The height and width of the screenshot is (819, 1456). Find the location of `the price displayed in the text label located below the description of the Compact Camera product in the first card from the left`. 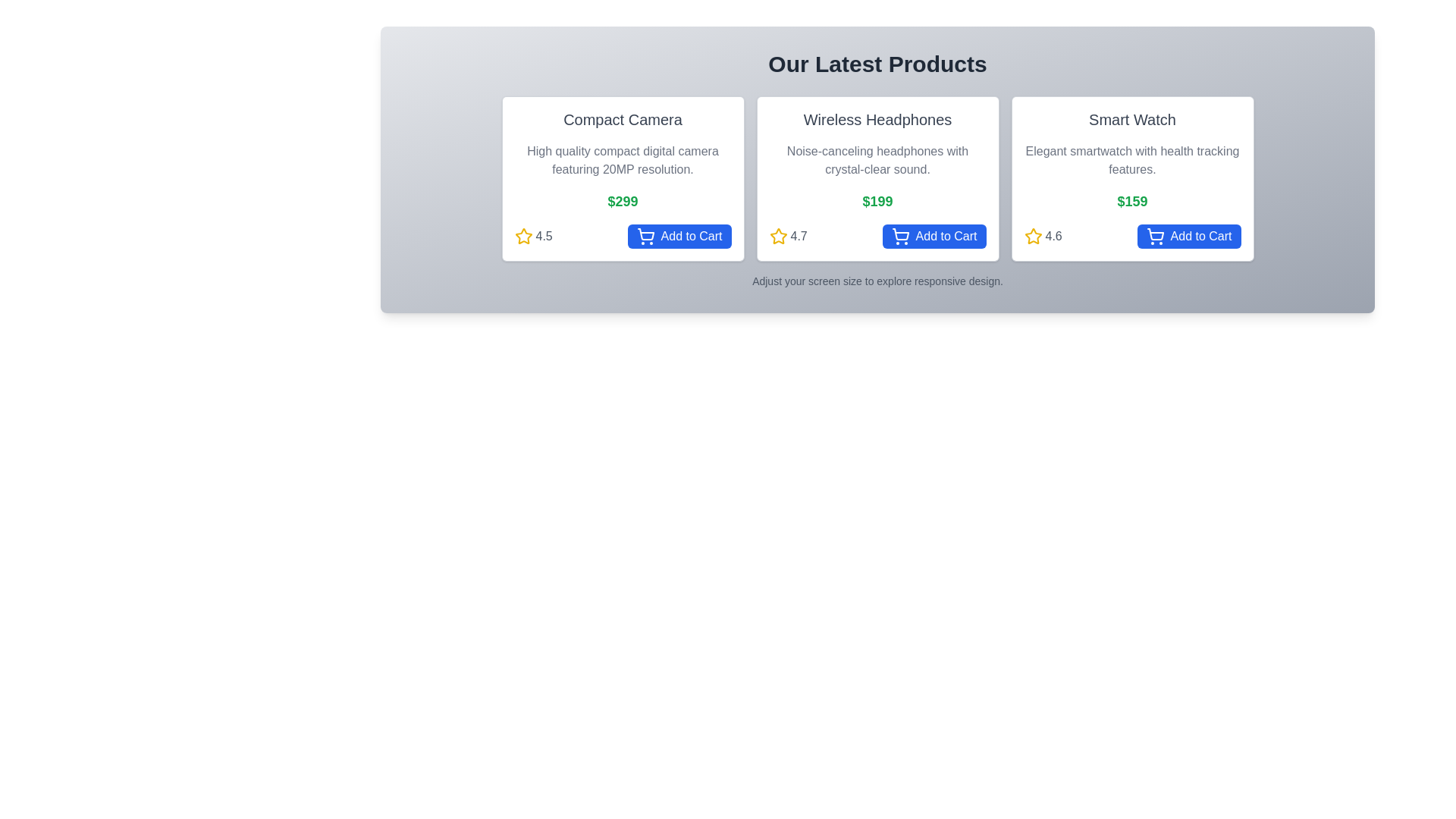

the price displayed in the text label located below the description of the Compact Camera product in the first card from the left is located at coordinates (623, 201).